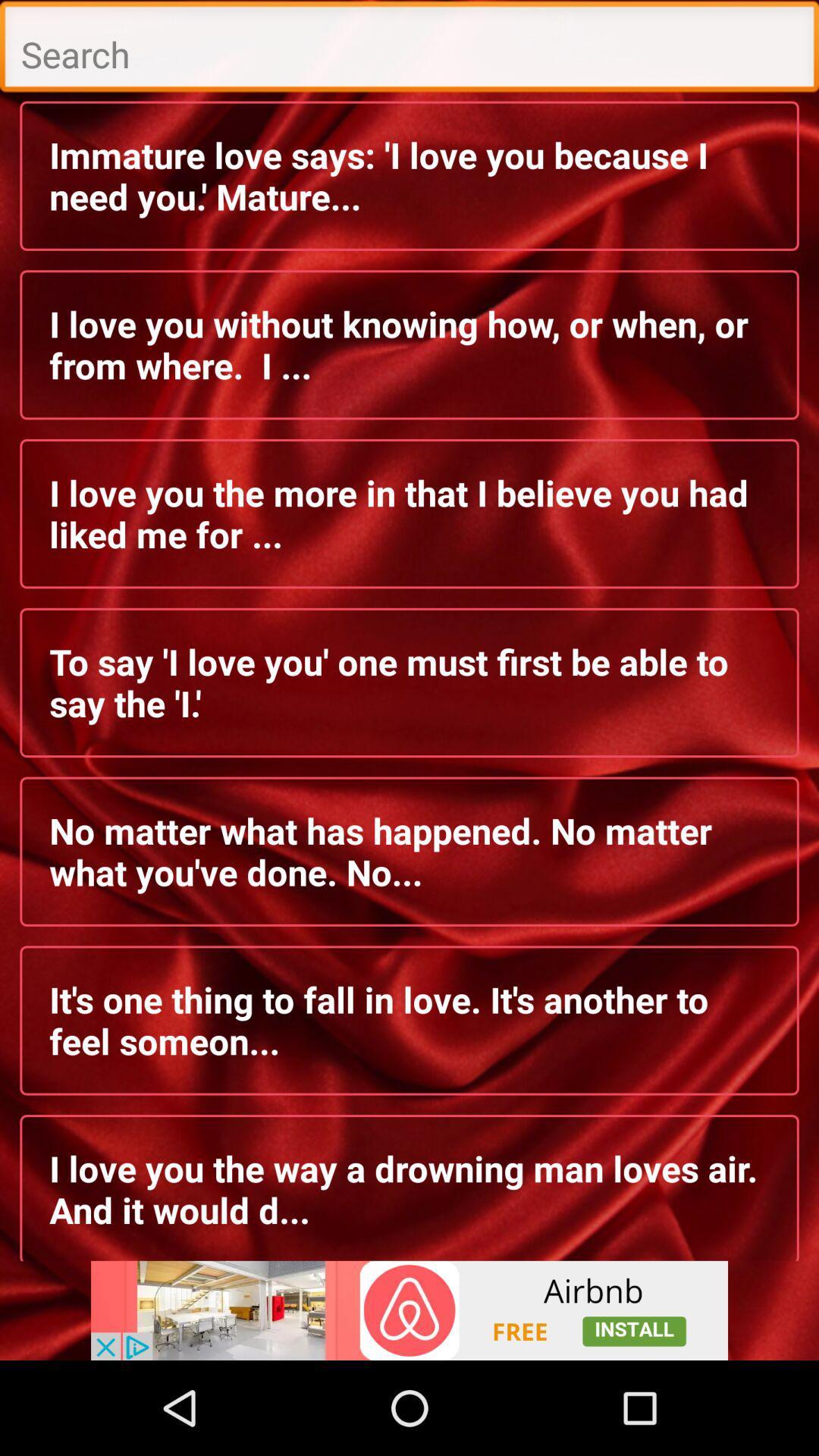 This screenshot has width=819, height=1456. What do you see at coordinates (409, 1310) in the screenshot?
I see `more information about an advertisement` at bounding box center [409, 1310].